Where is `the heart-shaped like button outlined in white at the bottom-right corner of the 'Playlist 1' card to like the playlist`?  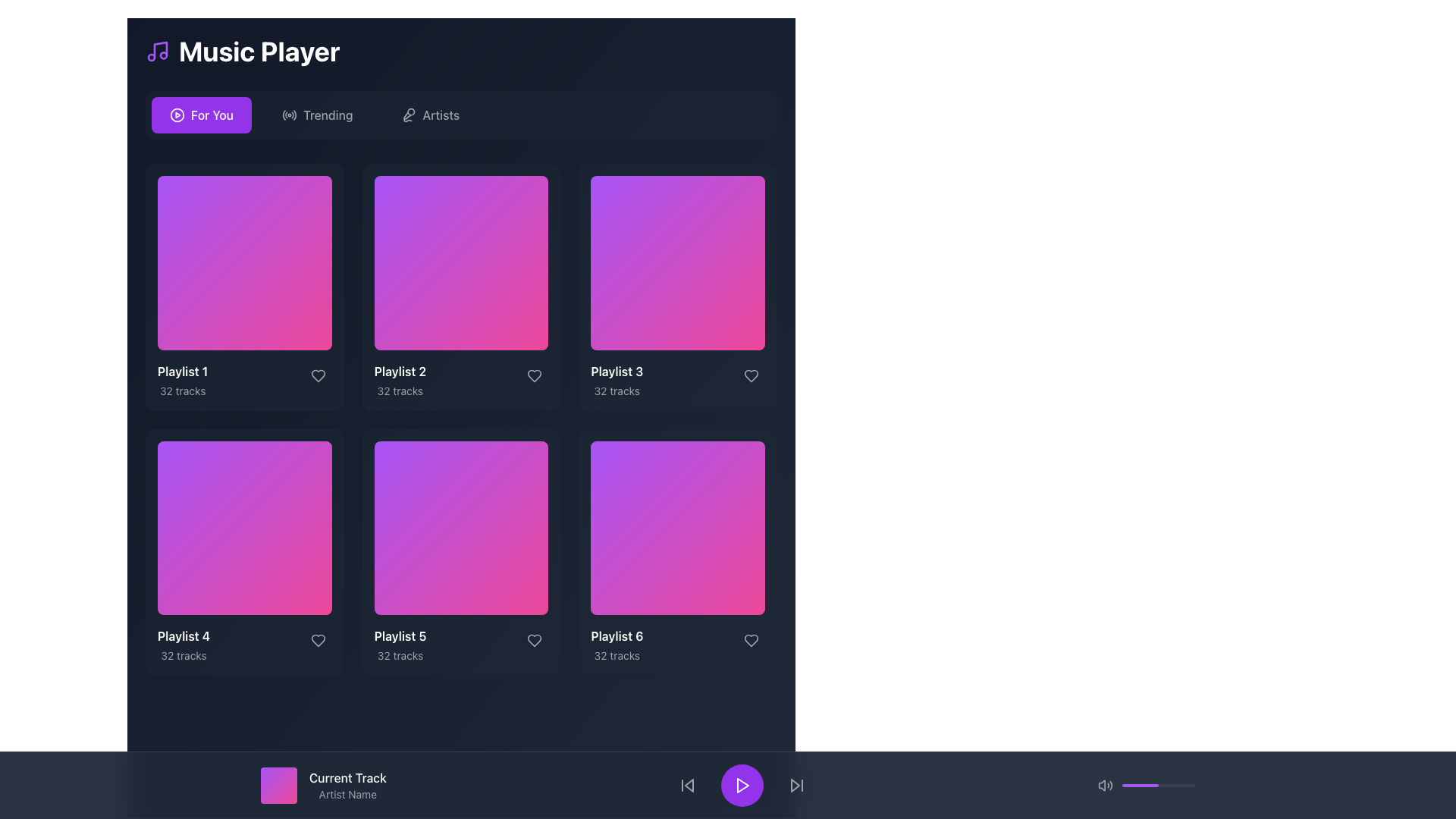 the heart-shaped like button outlined in white at the bottom-right corner of the 'Playlist 1' card to like the playlist is located at coordinates (317, 375).